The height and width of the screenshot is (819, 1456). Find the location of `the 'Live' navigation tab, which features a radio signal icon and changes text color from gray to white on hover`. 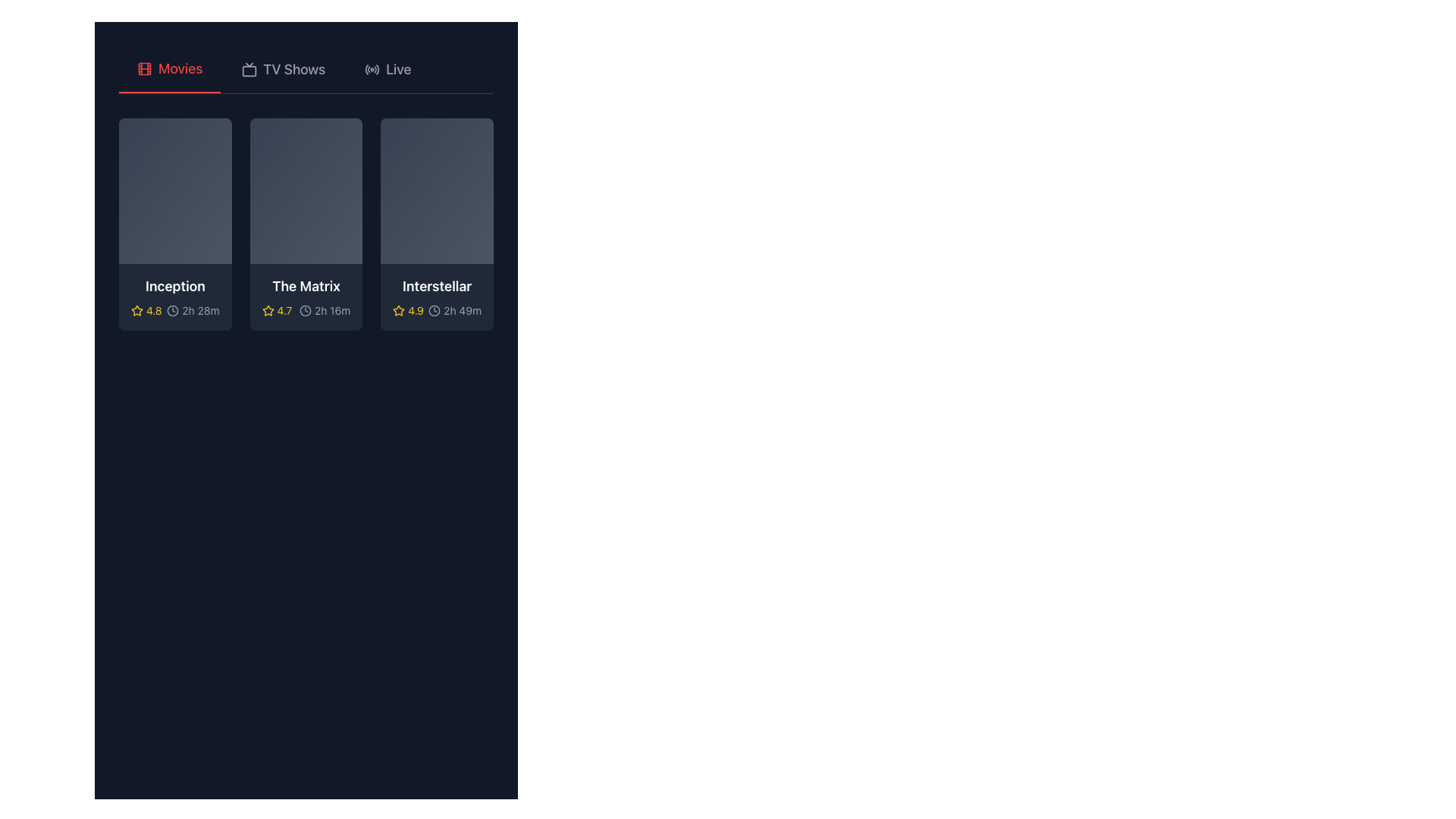

the 'Live' navigation tab, which features a radio signal icon and changes text color from gray to white on hover is located at coordinates (388, 70).